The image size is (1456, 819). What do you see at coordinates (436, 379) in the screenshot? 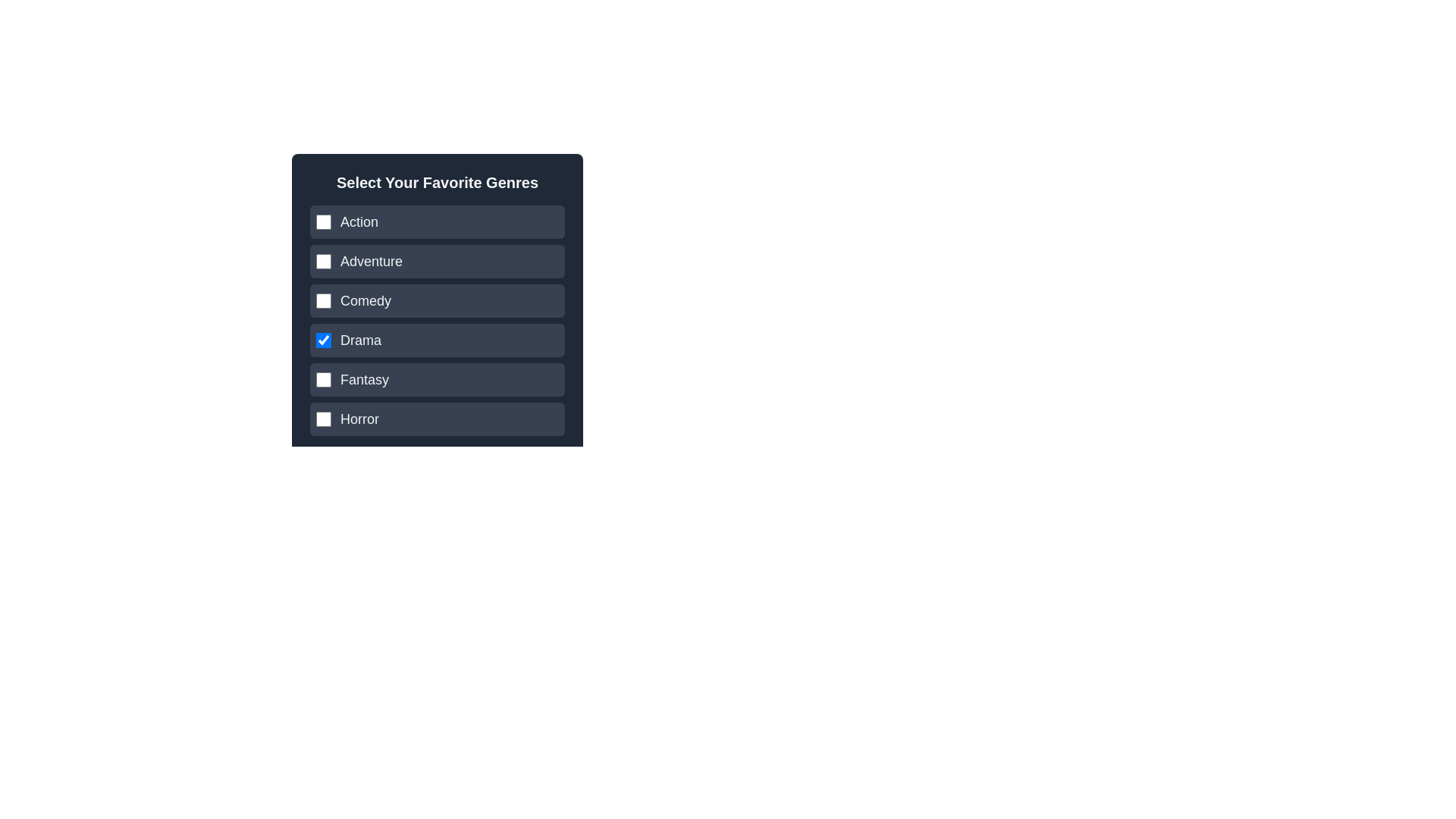
I see `the 'Fantasy' category checkbox in the selectable row by` at bounding box center [436, 379].